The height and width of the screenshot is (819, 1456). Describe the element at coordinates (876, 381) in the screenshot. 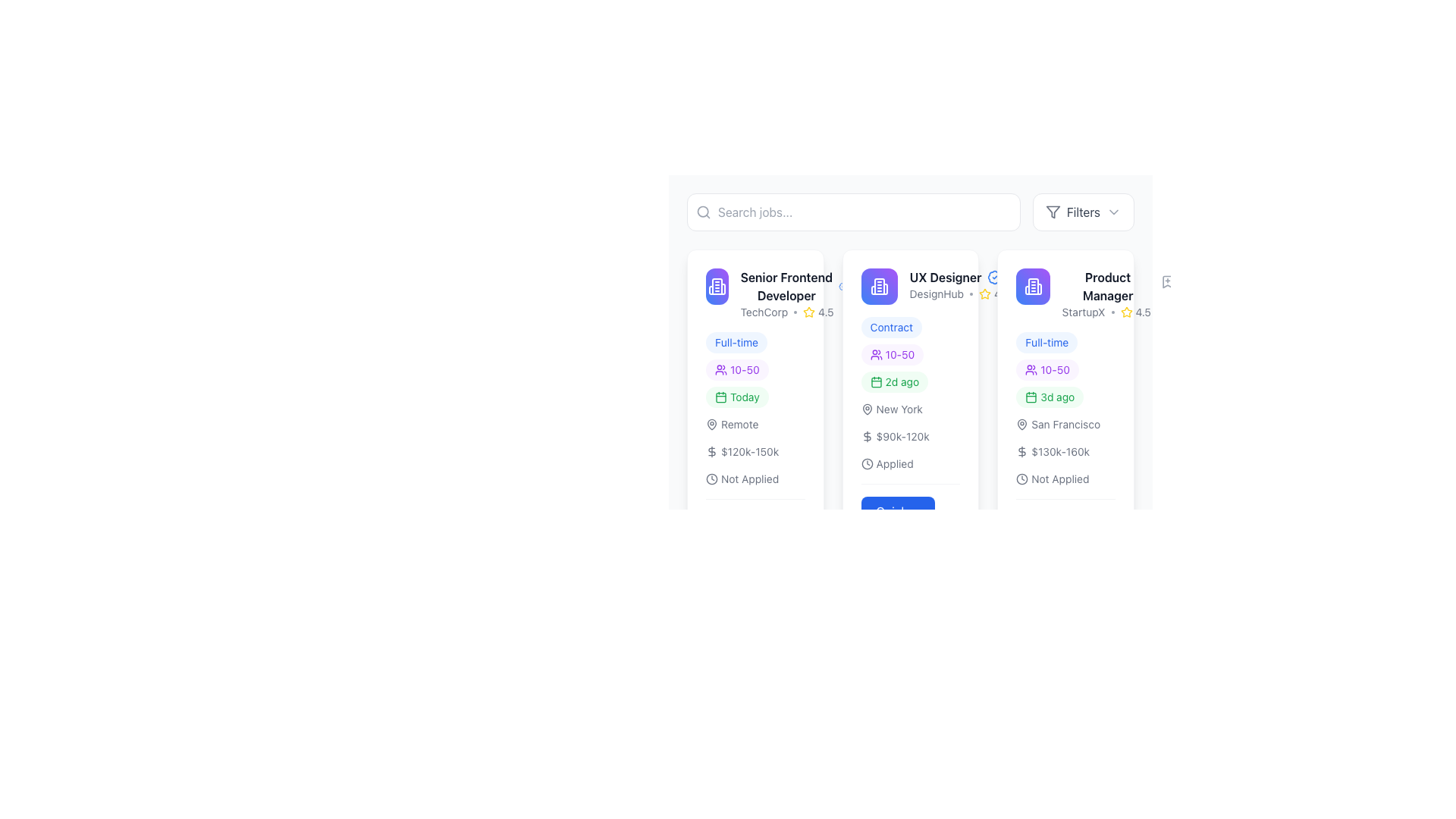

I see `the green calendar icon with a rounded square border, located in the central job card next to the text '2d ago'` at that location.